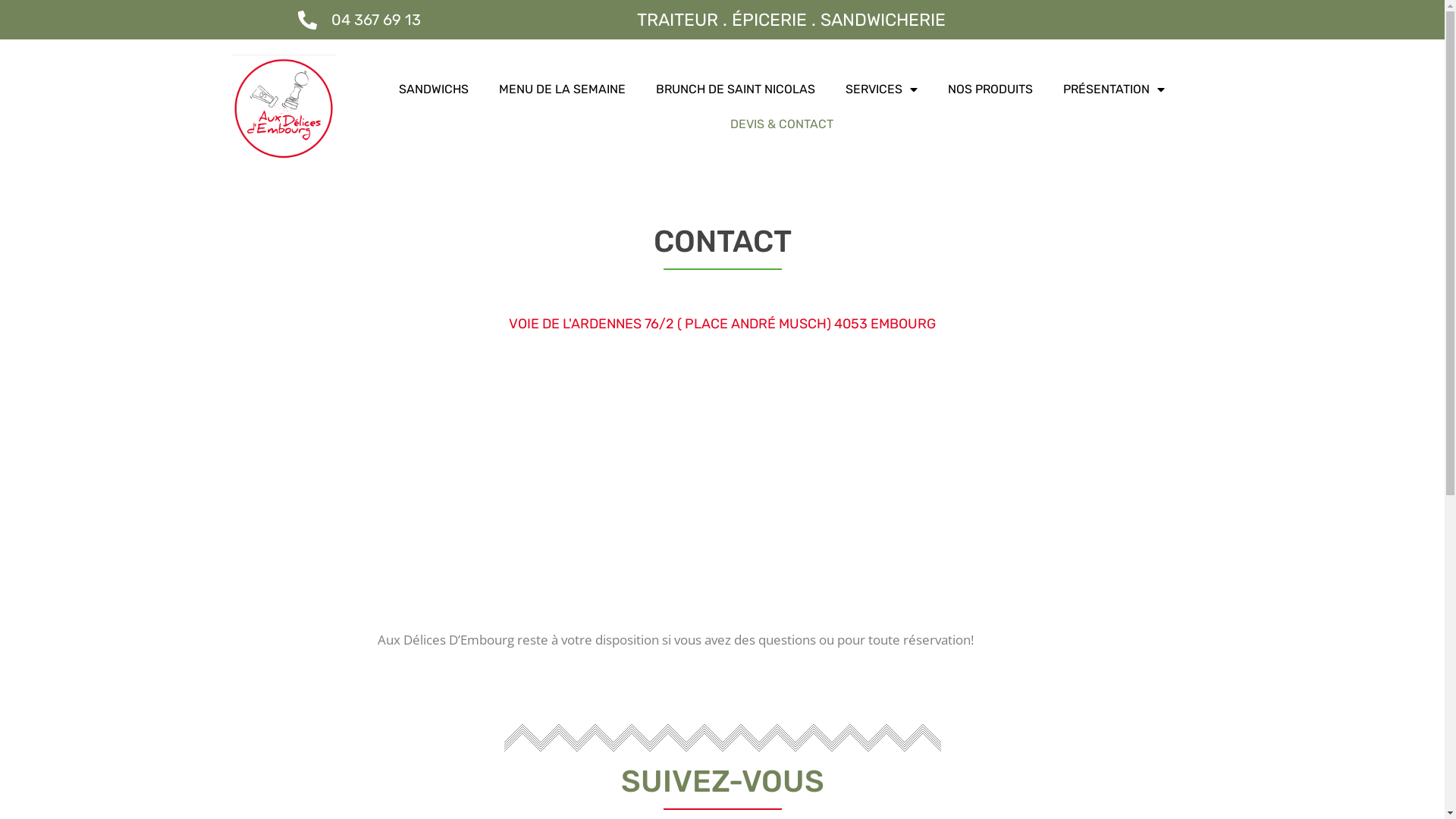 This screenshot has width=1456, height=819. What do you see at coordinates (561, 89) in the screenshot?
I see `'MENU DE LA SEMAINE'` at bounding box center [561, 89].